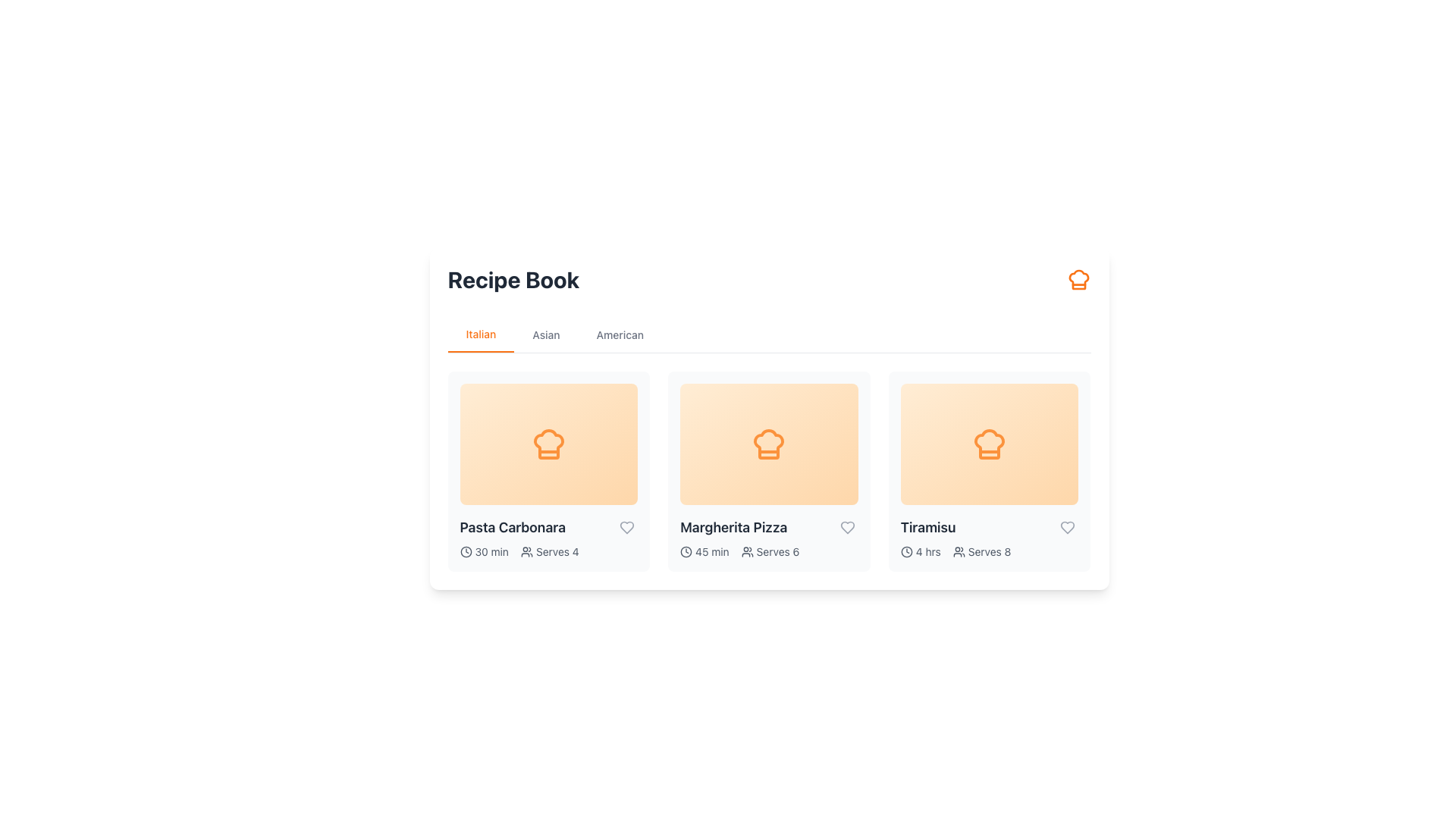 The image size is (1456, 819). Describe the element at coordinates (958, 552) in the screenshot. I see `the icon representing a group of people, which is positioned before the text 'Serves 8' in the lower section of the 'Tiramisu' card` at that location.